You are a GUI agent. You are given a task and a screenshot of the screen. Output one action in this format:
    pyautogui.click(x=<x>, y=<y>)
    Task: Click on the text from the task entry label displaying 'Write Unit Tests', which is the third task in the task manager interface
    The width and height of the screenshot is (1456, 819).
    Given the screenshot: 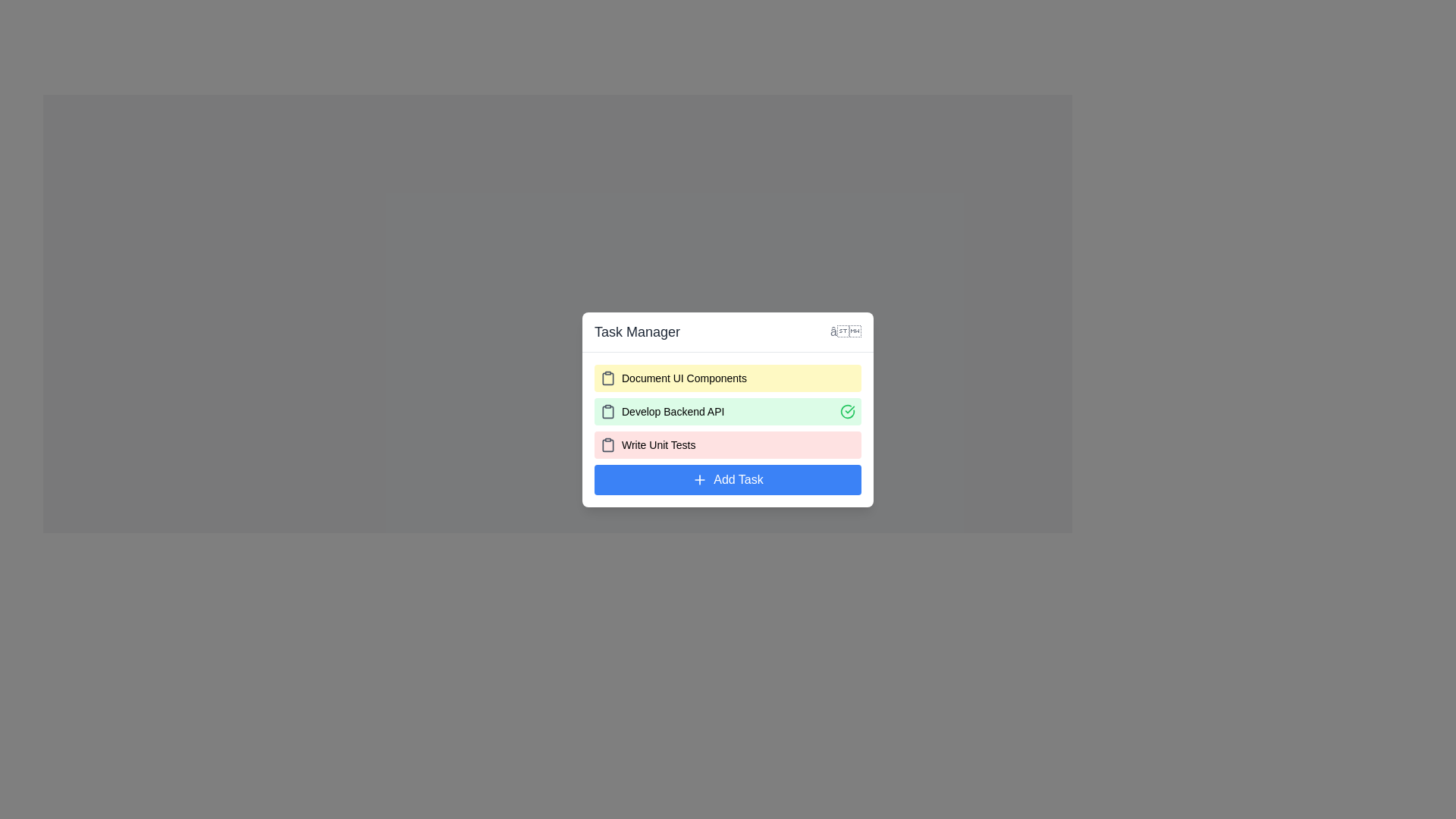 What is the action you would take?
    pyautogui.click(x=648, y=444)
    